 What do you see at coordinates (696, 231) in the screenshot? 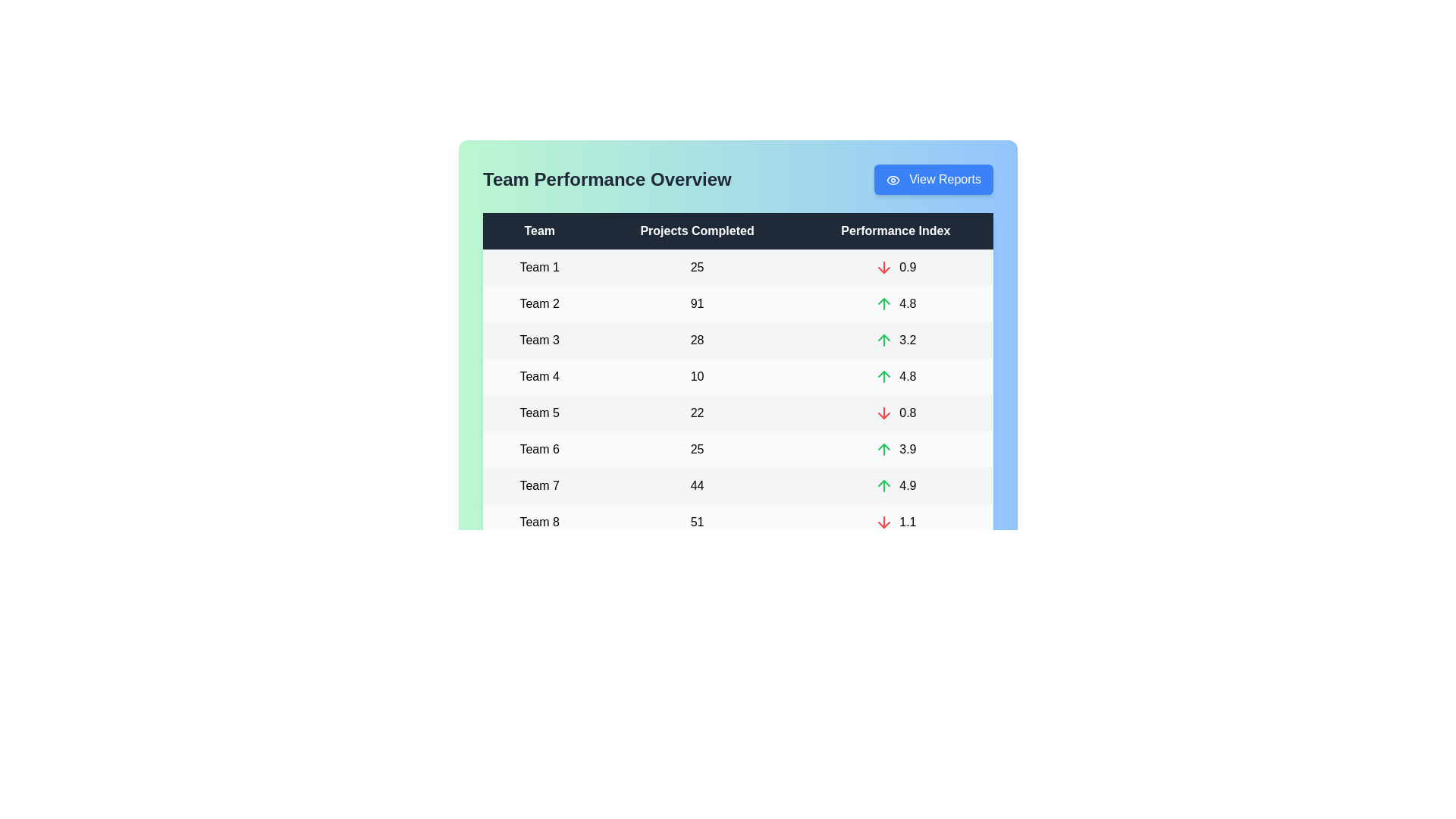
I see `the table header to sort the table by Projects Completed column` at bounding box center [696, 231].